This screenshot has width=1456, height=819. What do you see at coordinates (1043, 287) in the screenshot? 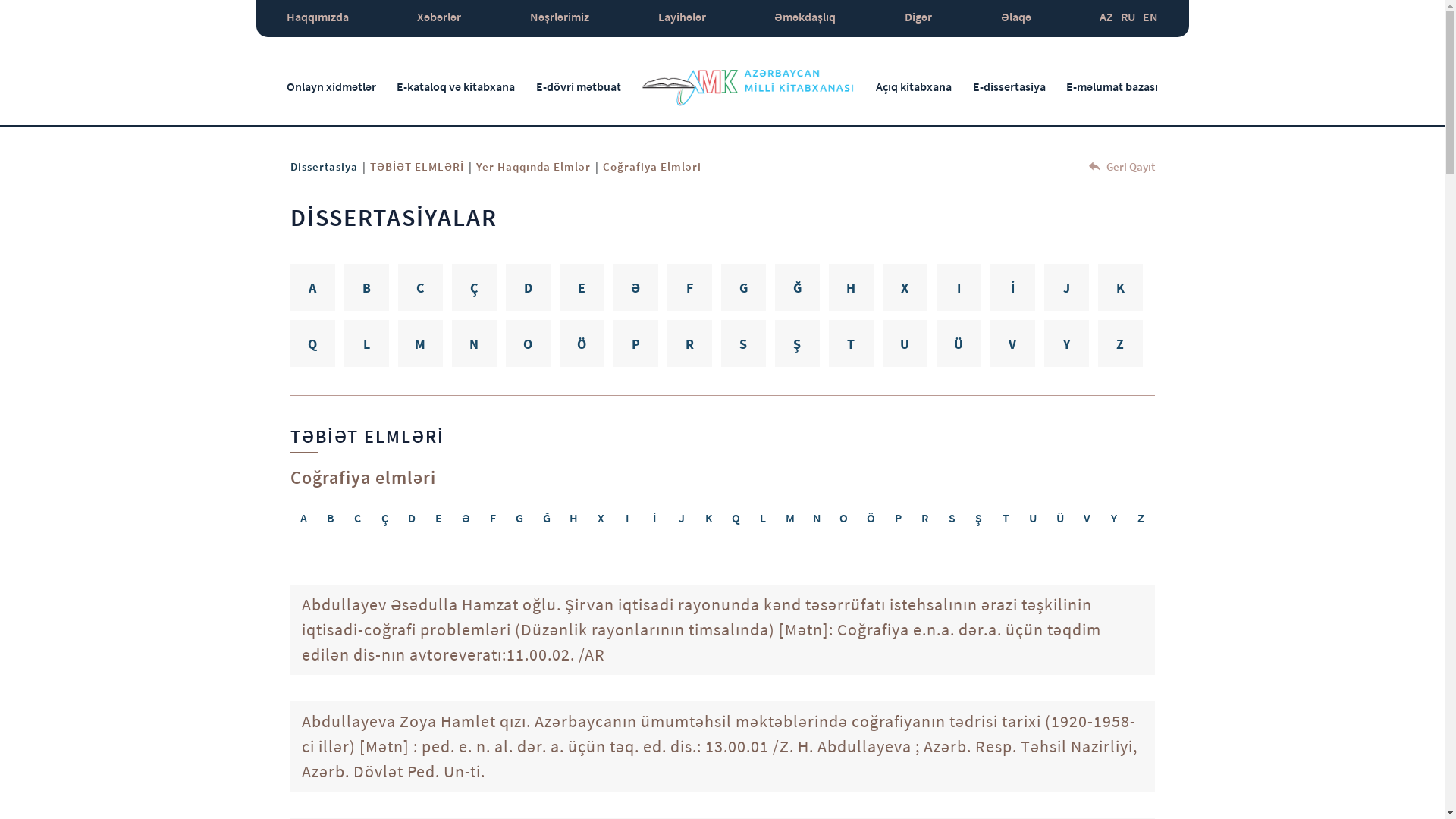
I see `'J'` at bounding box center [1043, 287].